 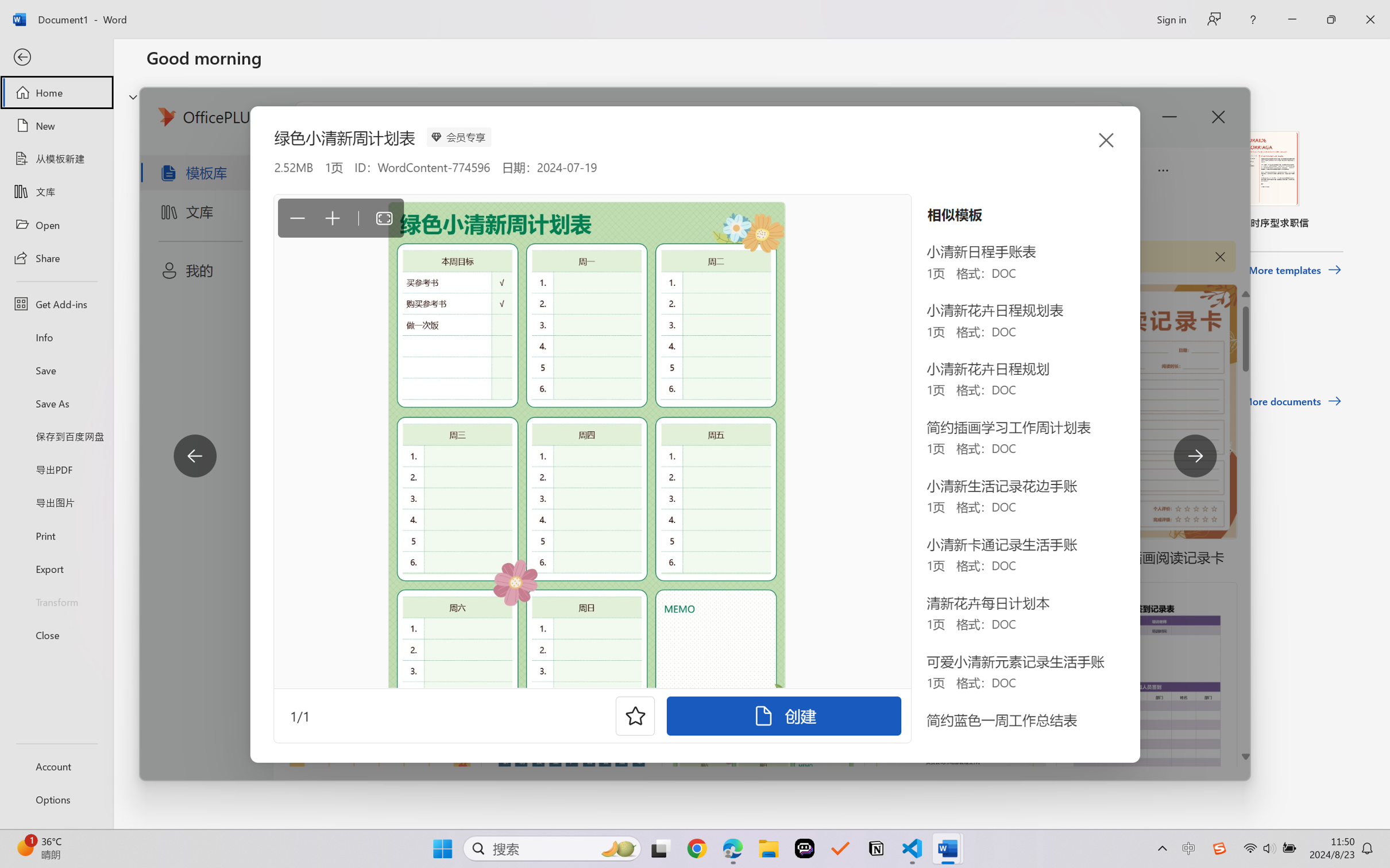 I want to click on 'Print', so click(x=56, y=536).